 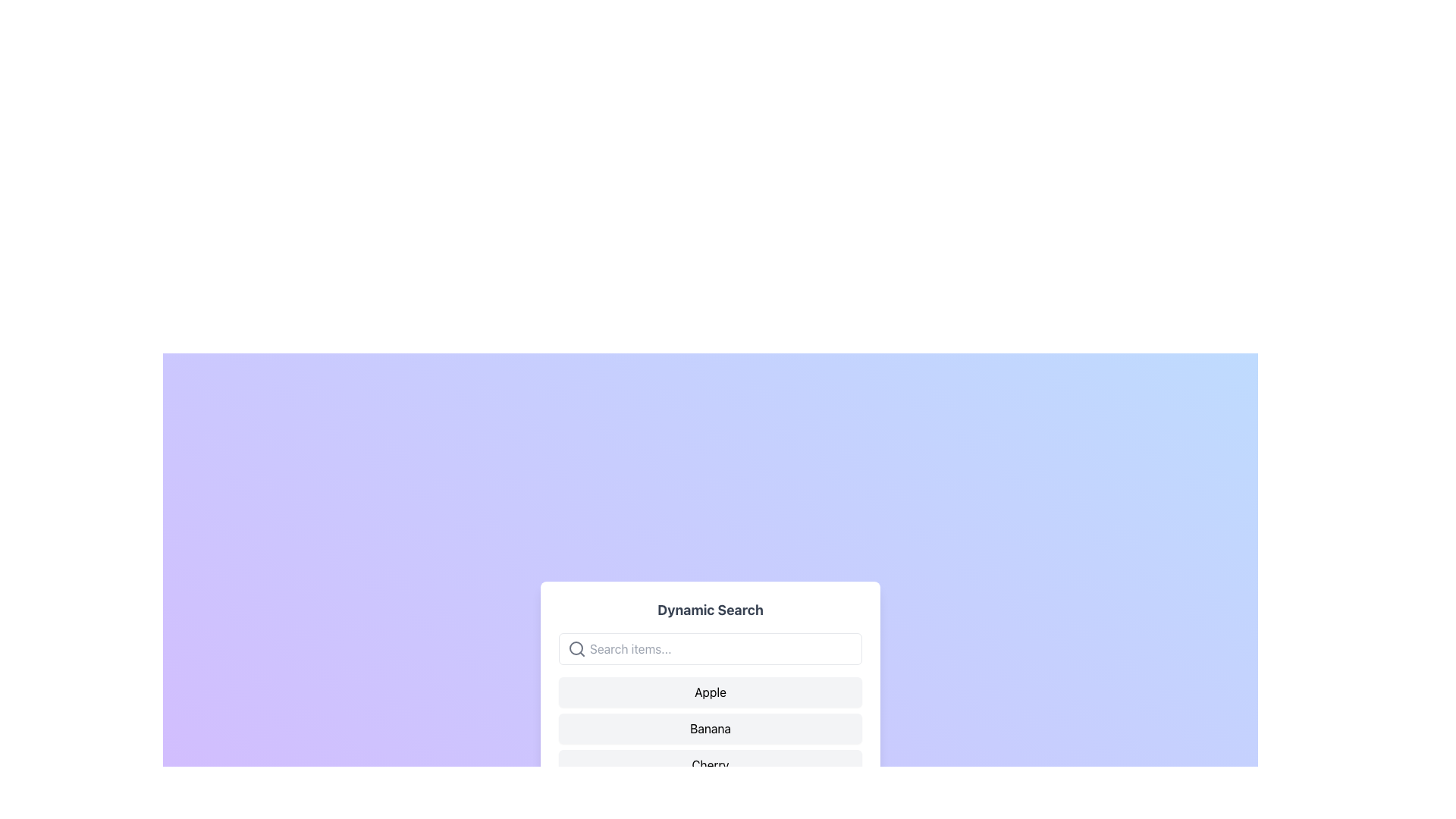 What do you see at coordinates (709, 610) in the screenshot?
I see `the bold text label reading 'Dynamic Search', which is prominently styled in large gray font at the upper-center of the card interface` at bounding box center [709, 610].